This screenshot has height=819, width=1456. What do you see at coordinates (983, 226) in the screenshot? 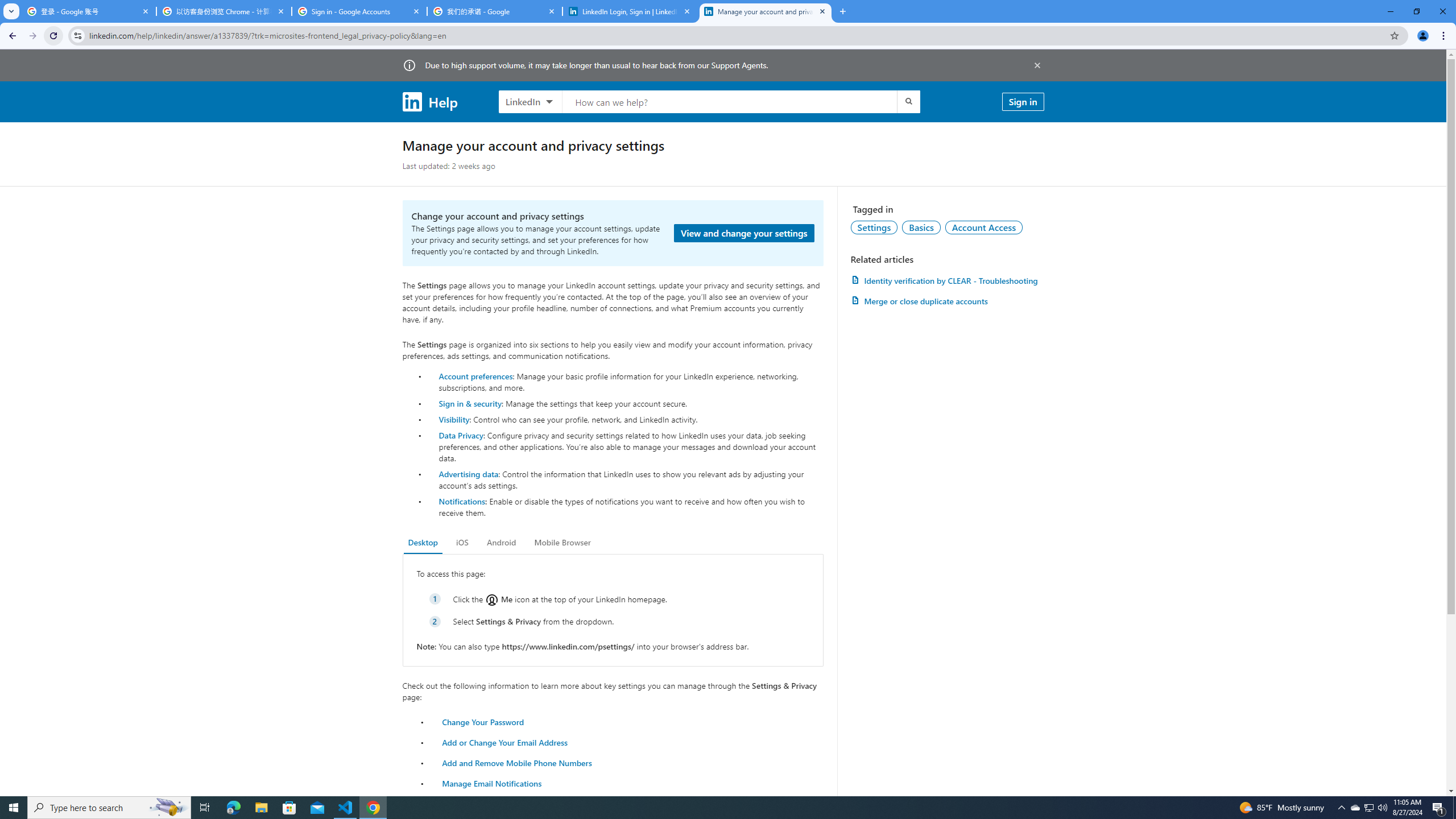
I see `'AutomationID: topic-link-a151002'` at bounding box center [983, 226].